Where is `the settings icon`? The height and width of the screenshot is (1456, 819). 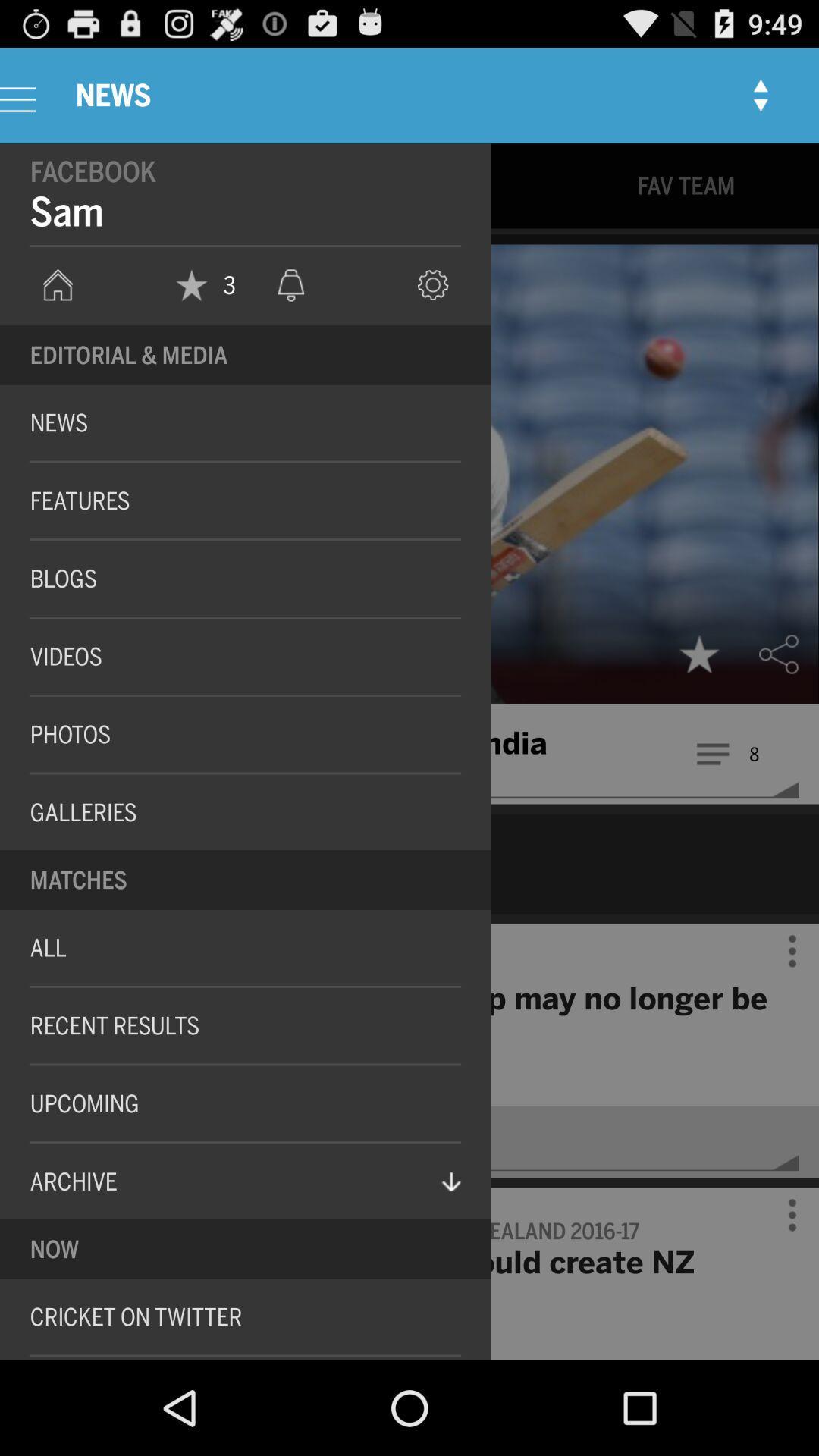 the settings icon is located at coordinates (433, 305).